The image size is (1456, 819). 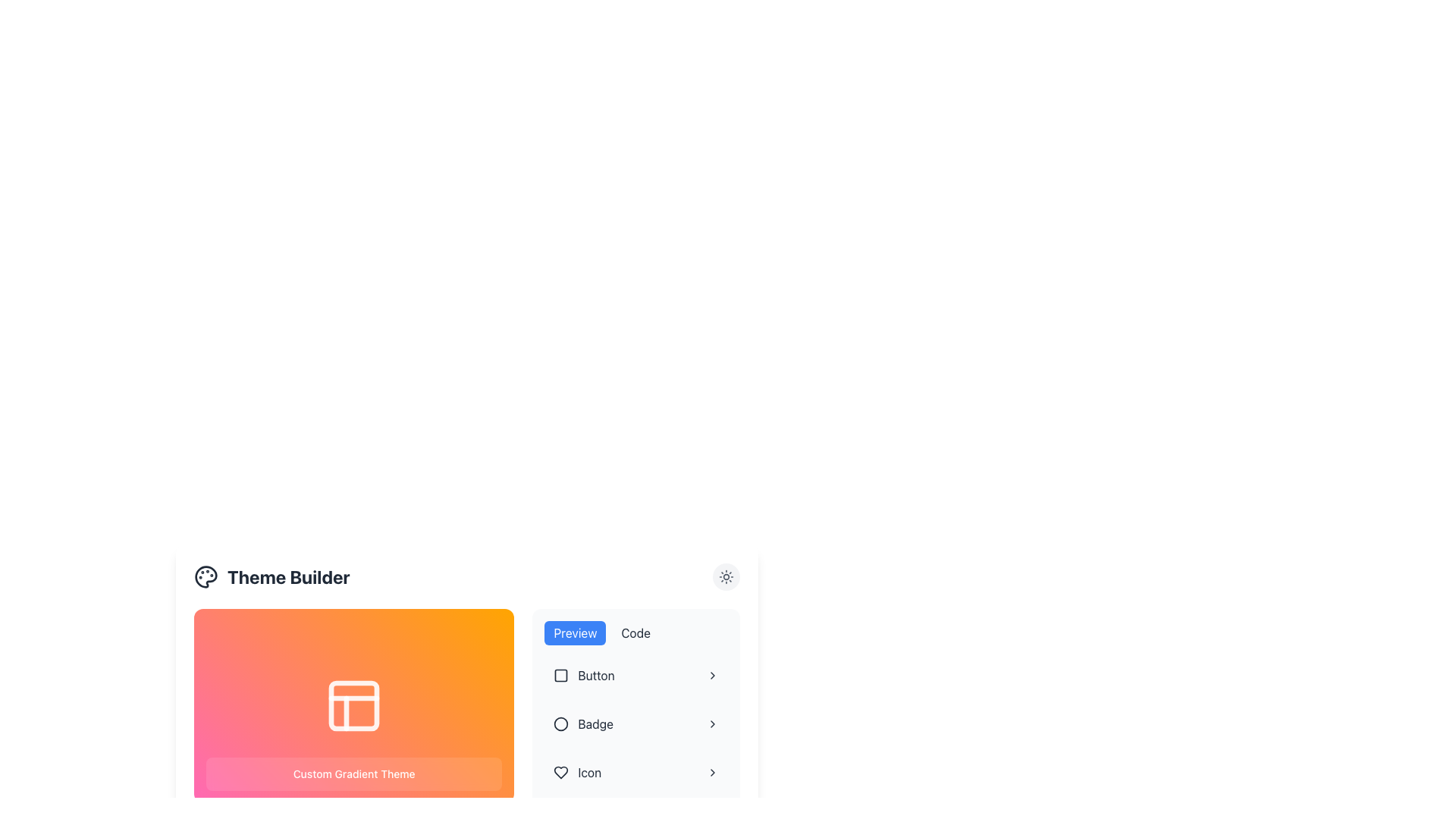 I want to click on the bold text element displaying 'Theme Builder', which is styled in a large sans-serif font and positioned to the right of an artist's palette icon, so click(x=288, y=576).